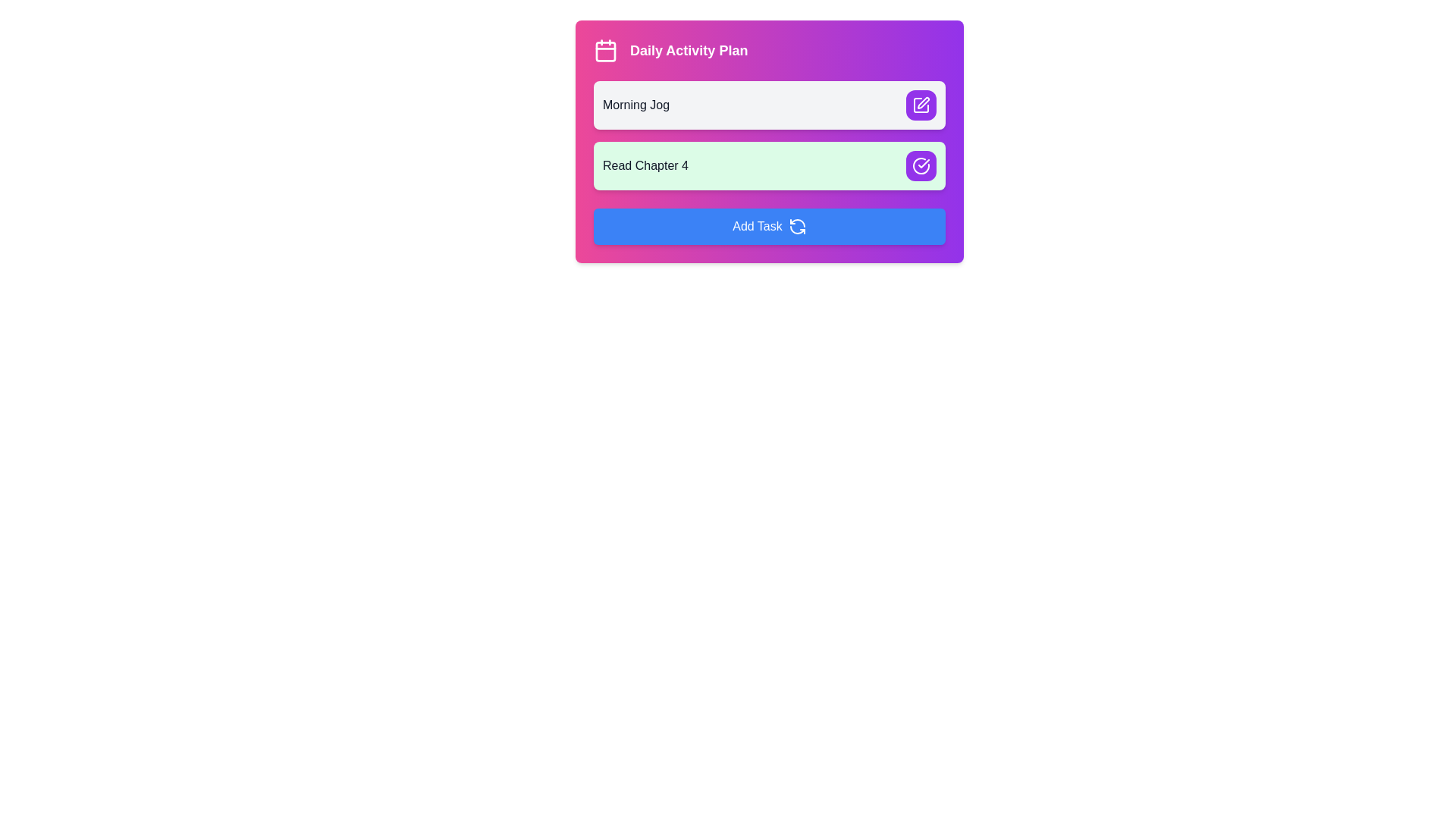 The height and width of the screenshot is (819, 1456). I want to click on the checkmark icon indicating the completion of the task 'Read Chapter 4', so click(920, 166).